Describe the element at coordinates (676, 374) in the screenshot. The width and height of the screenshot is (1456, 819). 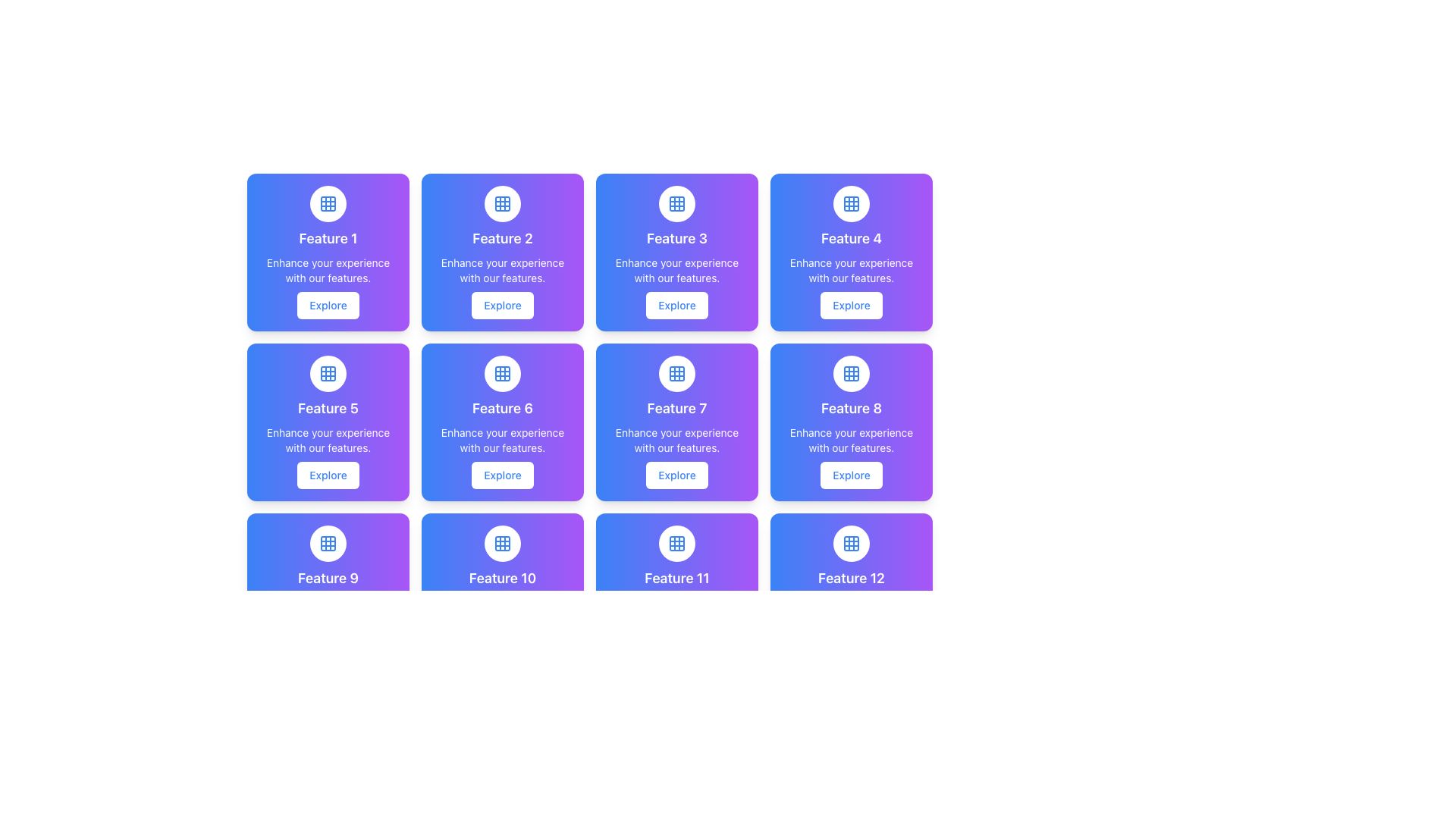
I see `the icon representing 'Feature 7' located at the top of the card in the middle row of the grid` at that location.